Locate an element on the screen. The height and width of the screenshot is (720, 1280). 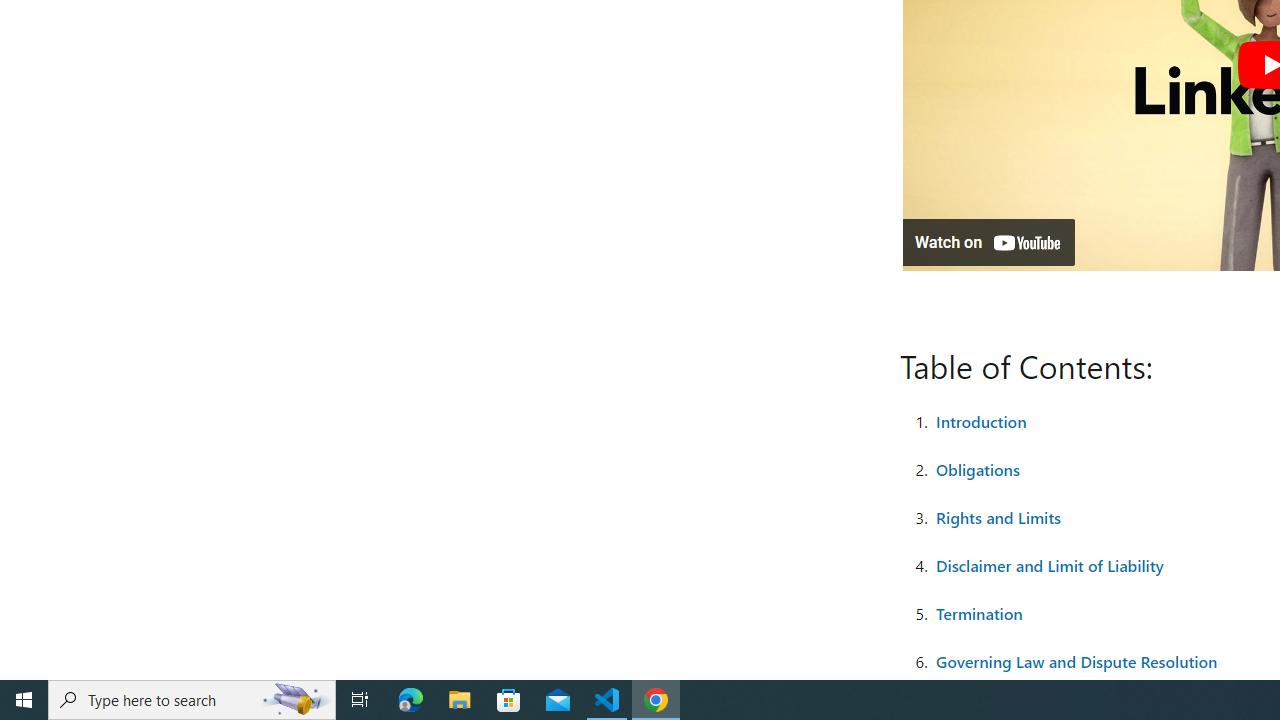
'Disclaimer and Limit of Liability' is located at coordinates (1048, 564).